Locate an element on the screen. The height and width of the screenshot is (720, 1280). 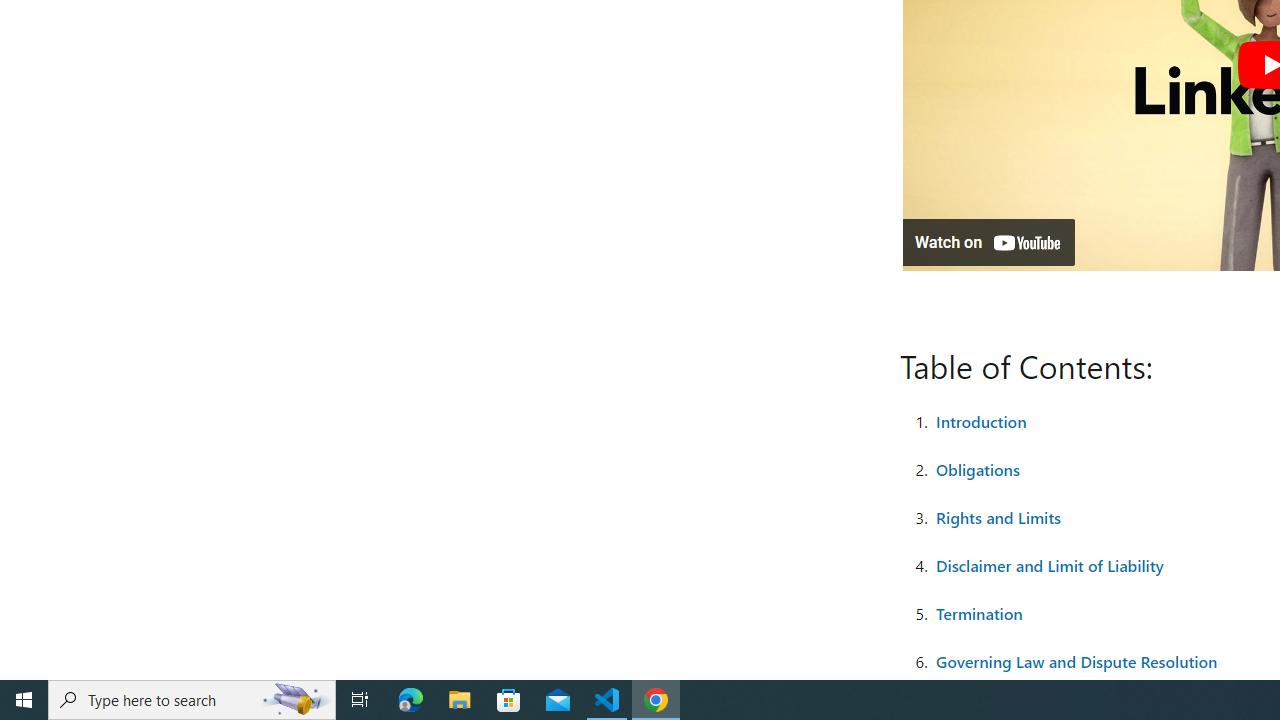
'Disclaimer and Limit of Liability' is located at coordinates (1048, 564).